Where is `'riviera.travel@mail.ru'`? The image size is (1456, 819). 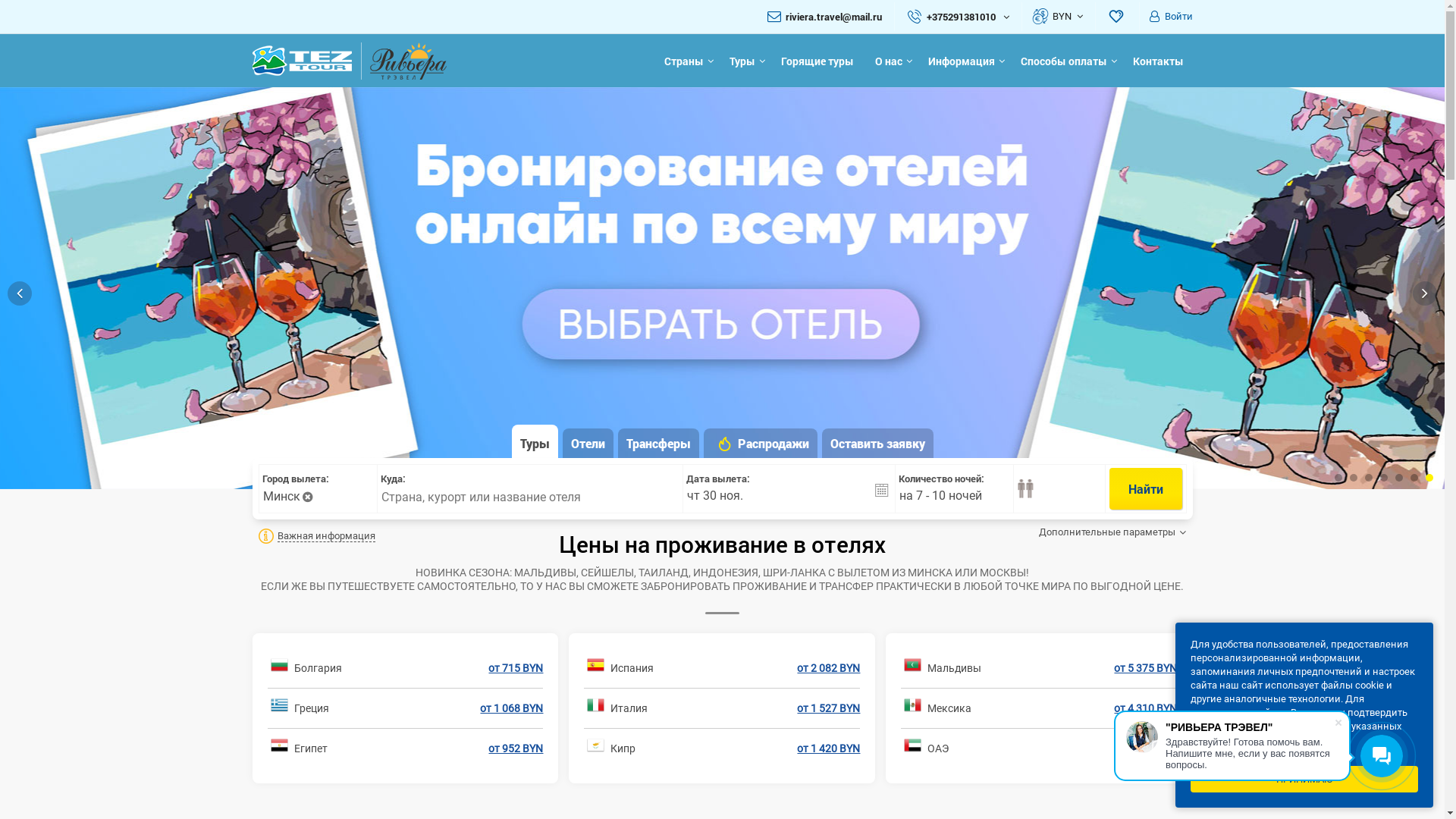 'riviera.travel@mail.ru' is located at coordinates (833, 17).